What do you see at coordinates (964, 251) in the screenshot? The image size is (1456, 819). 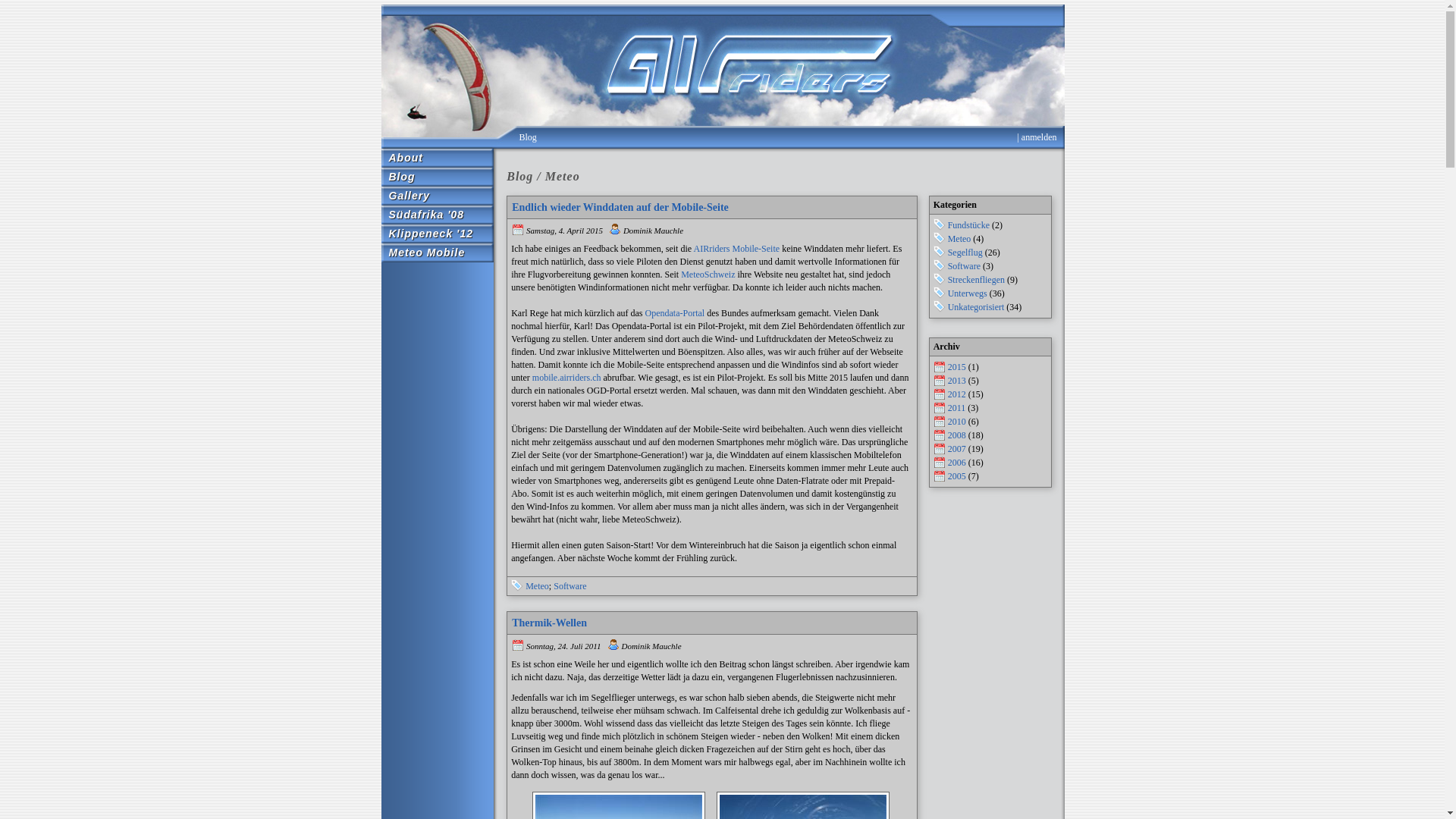 I see `'Segelflug'` at bounding box center [964, 251].